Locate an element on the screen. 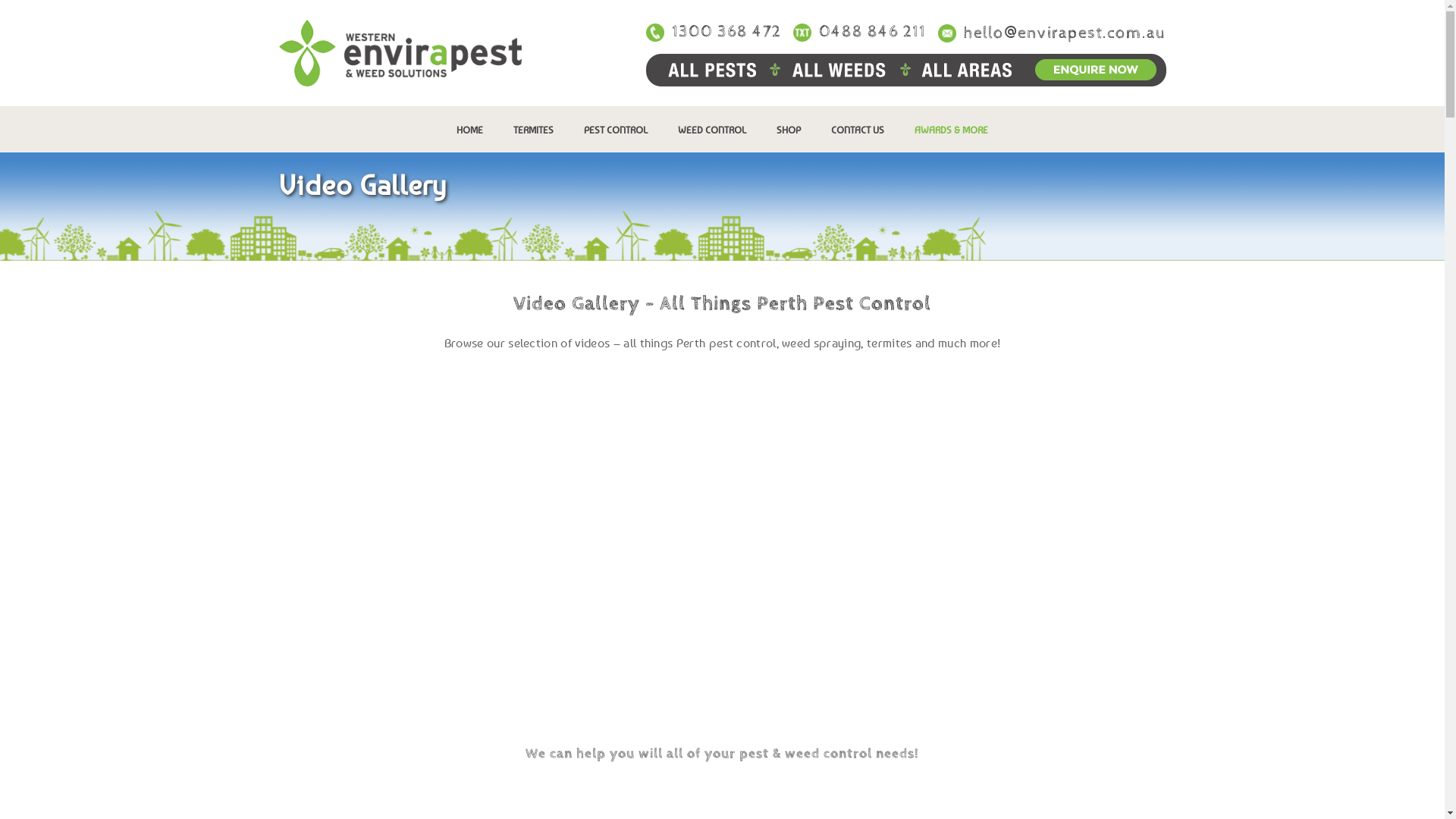 Image resolution: width=1456 pixels, height=819 pixels. 'SHOP' is located at coordinates (776, 128).